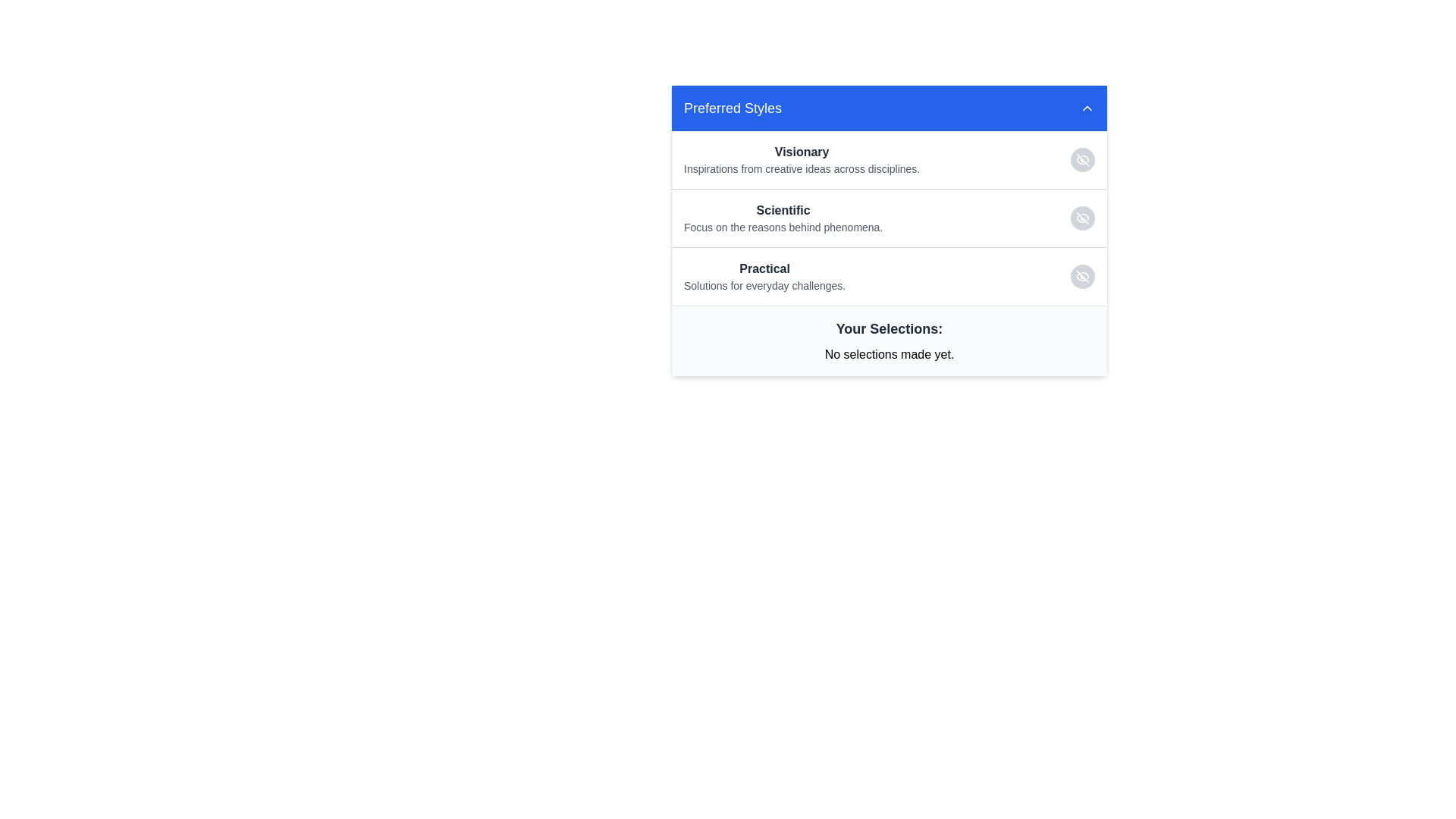 The width and height of the screenshot is (1456, 819). I want to click on keyboard navigation, so click(1087, 107).